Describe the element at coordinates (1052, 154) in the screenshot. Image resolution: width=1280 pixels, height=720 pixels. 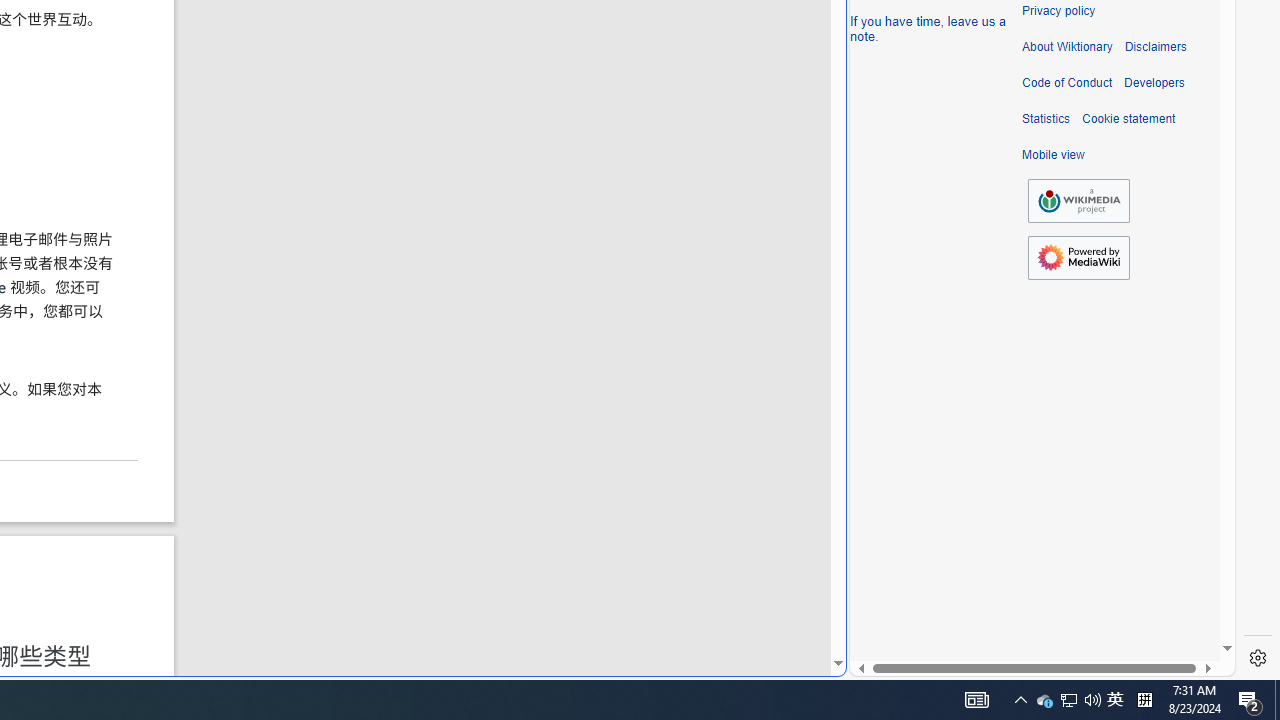
I see `'Mobile view'` at that location.